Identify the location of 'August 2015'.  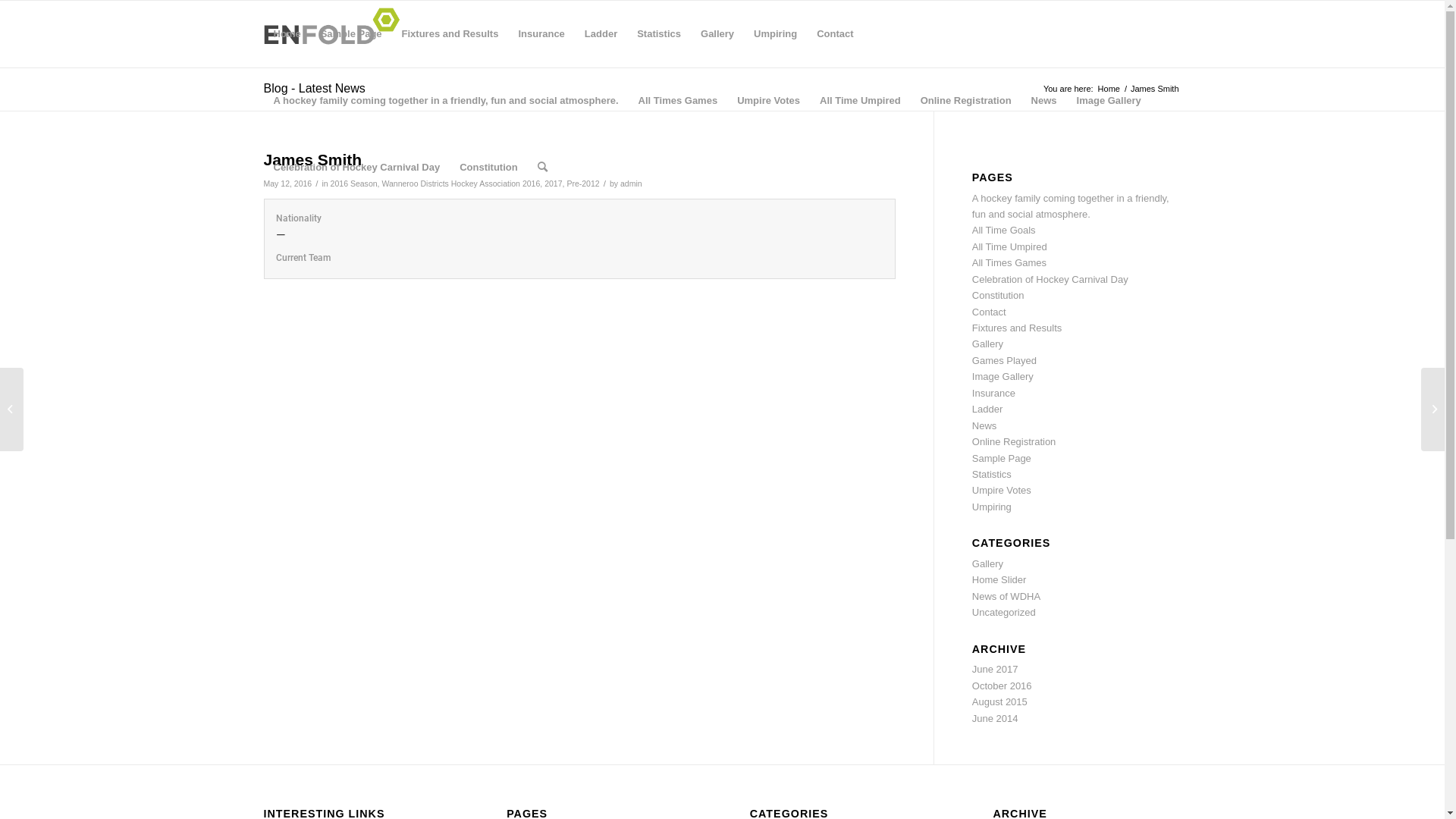
(999, 701).